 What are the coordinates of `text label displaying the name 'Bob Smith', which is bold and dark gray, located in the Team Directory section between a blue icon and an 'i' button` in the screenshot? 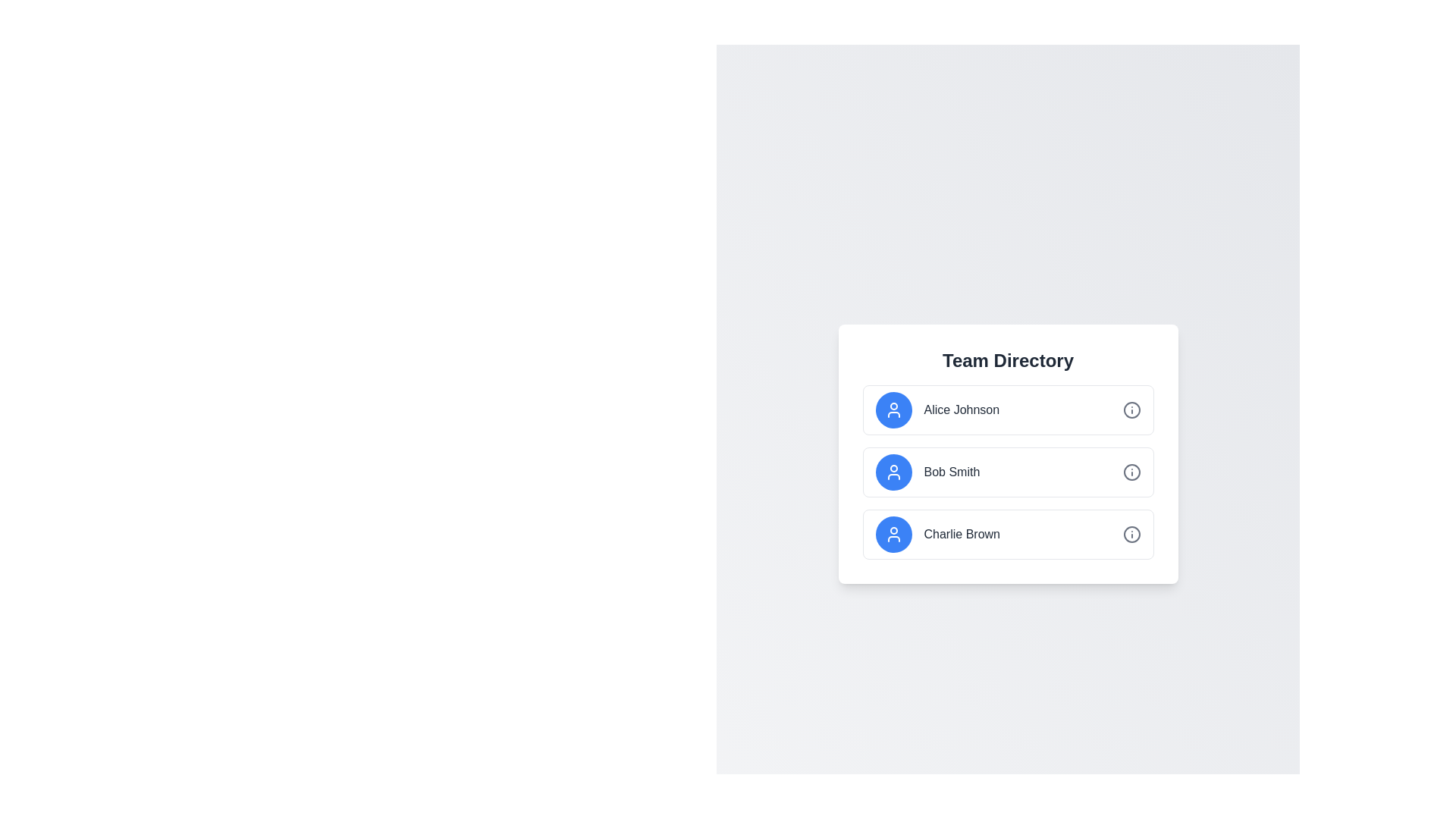 It's located at (951, 472).